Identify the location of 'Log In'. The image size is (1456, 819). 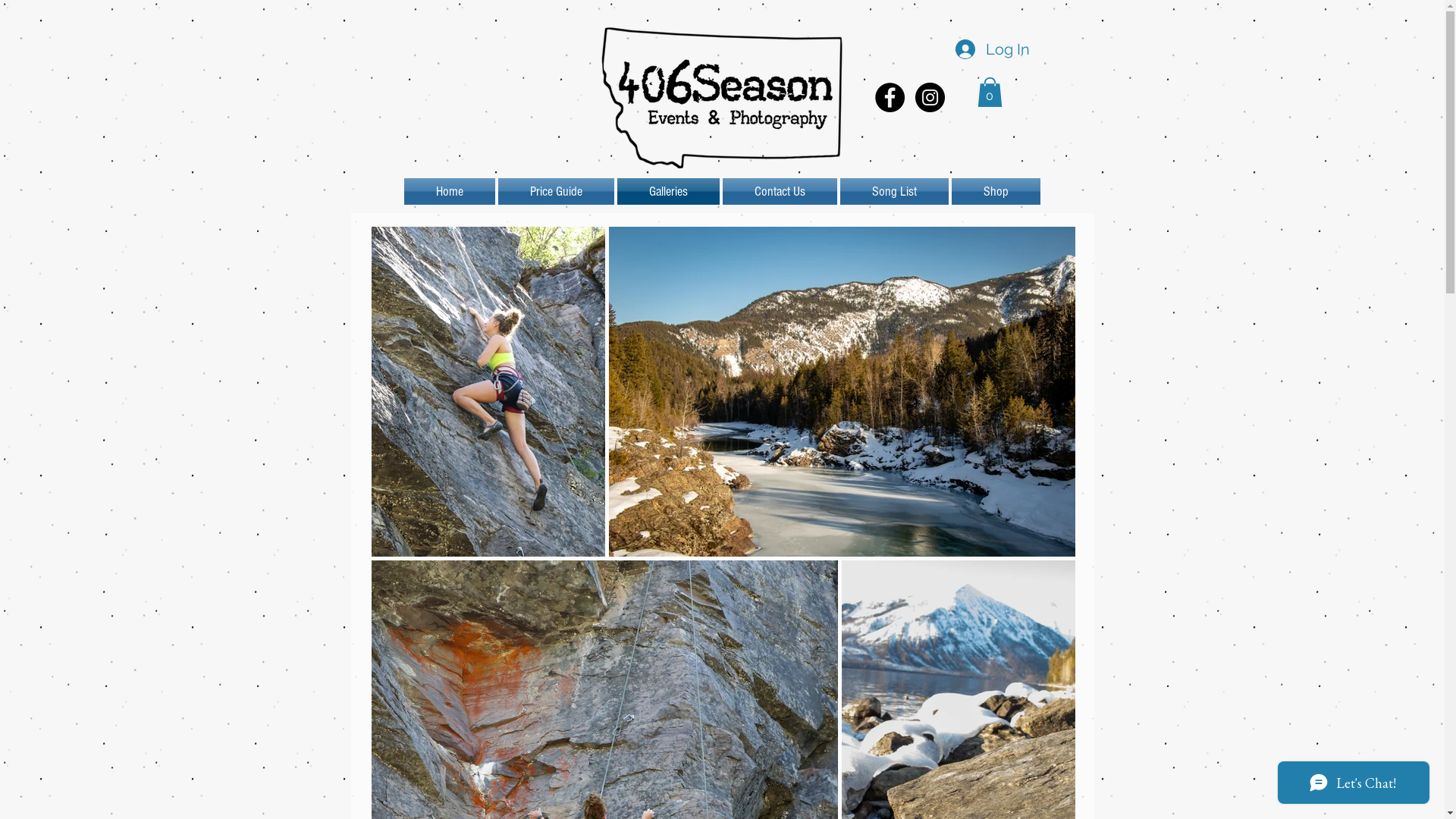
(990, 49).